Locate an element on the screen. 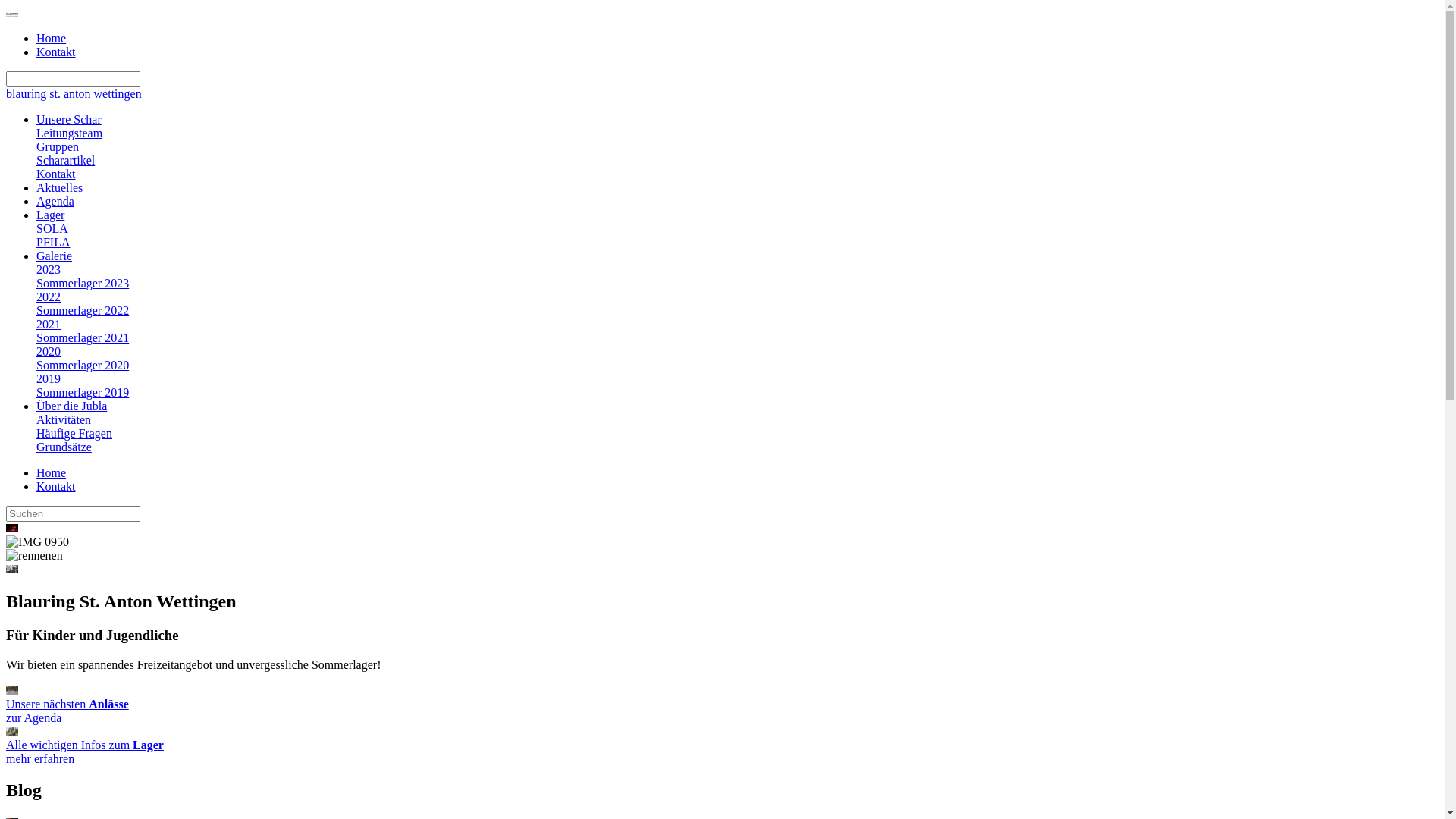 The width and height of the screenshot is (1456, 819). 'Leitungsteam' is located at coordinates (68, 132).